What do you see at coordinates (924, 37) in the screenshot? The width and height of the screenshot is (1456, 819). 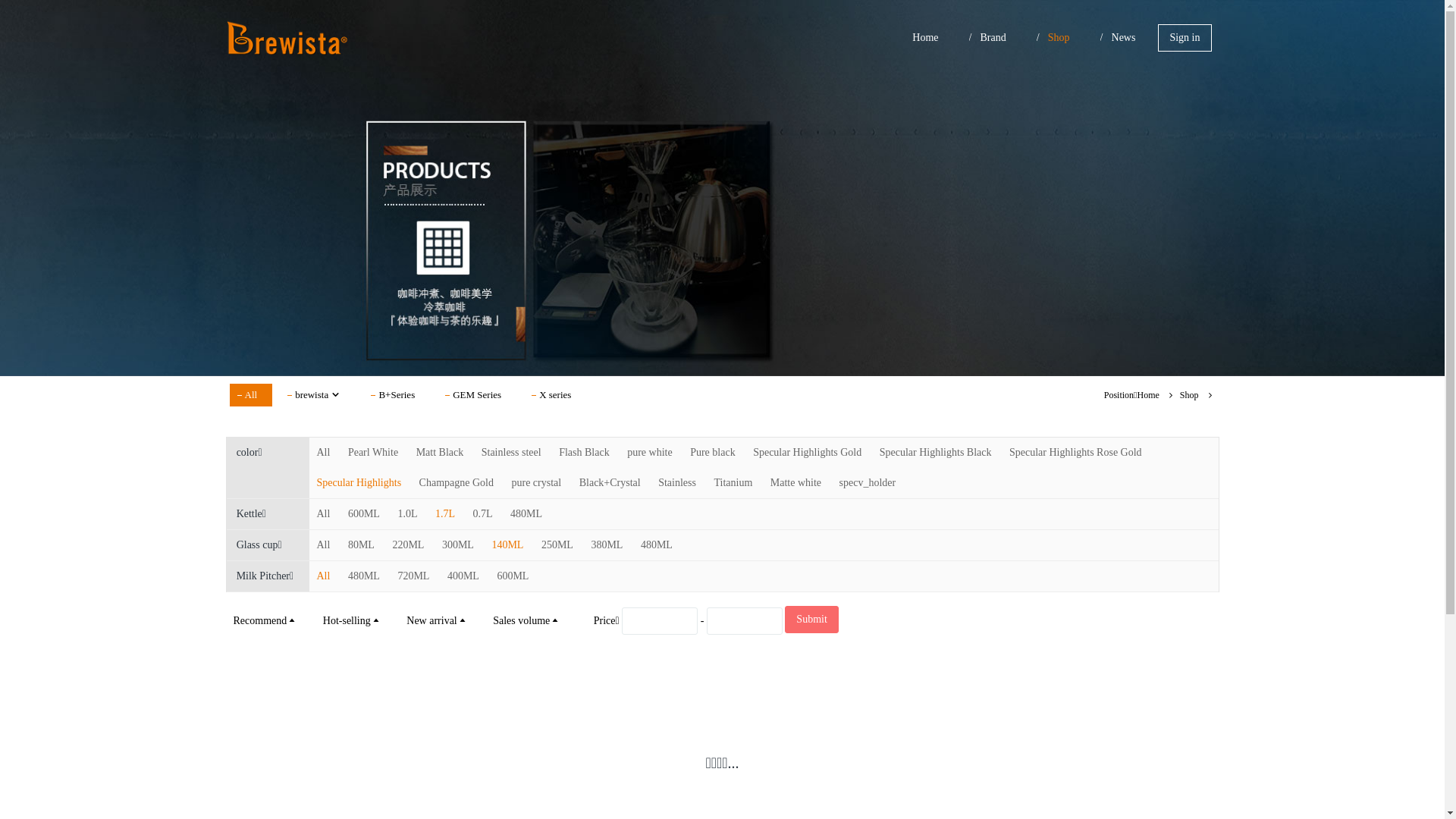 I see `'Home'` at bounding box center [924, 37].